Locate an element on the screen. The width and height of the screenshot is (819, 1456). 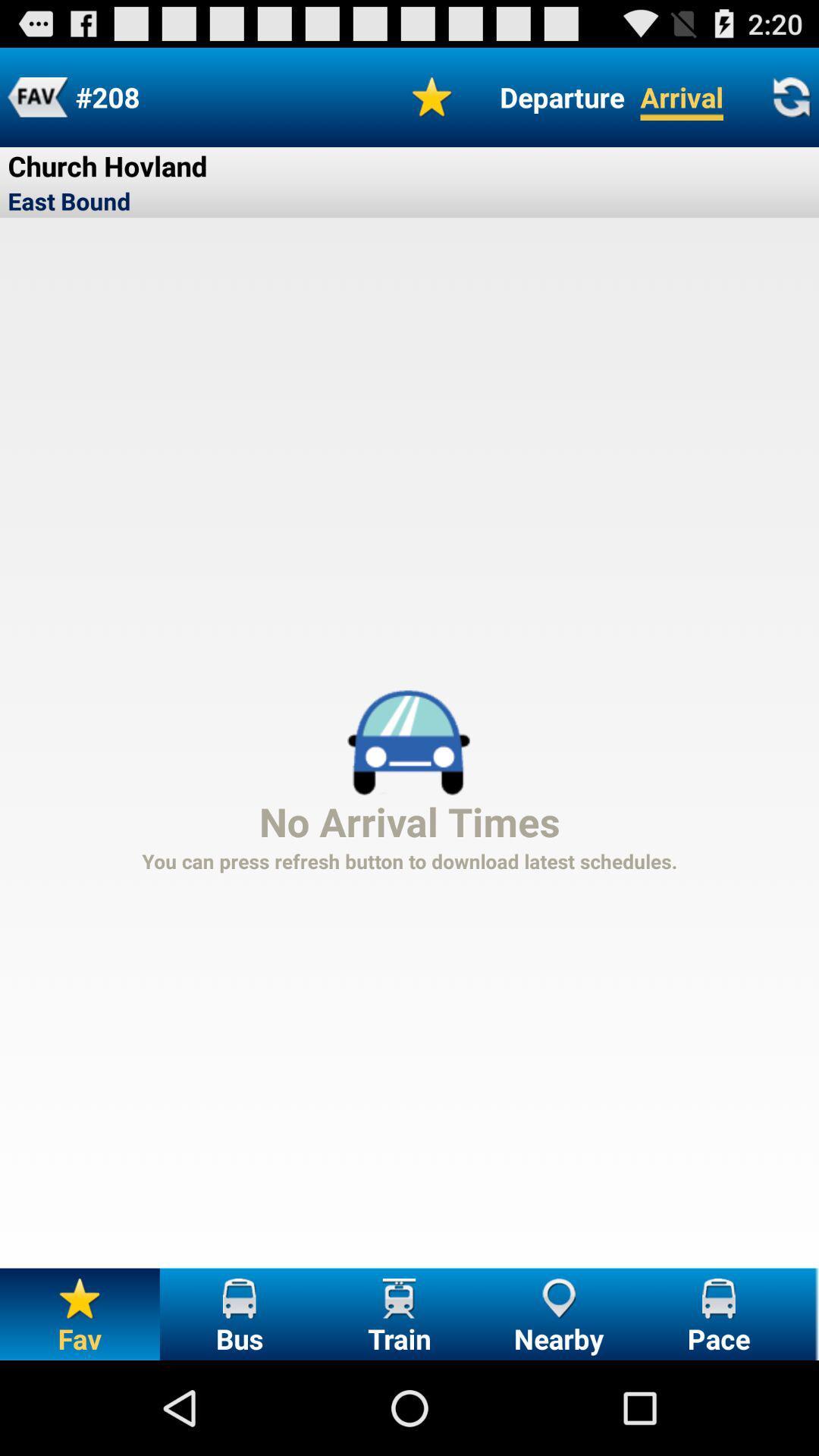
item above no arrival times item is located at coordinates (562, 96).